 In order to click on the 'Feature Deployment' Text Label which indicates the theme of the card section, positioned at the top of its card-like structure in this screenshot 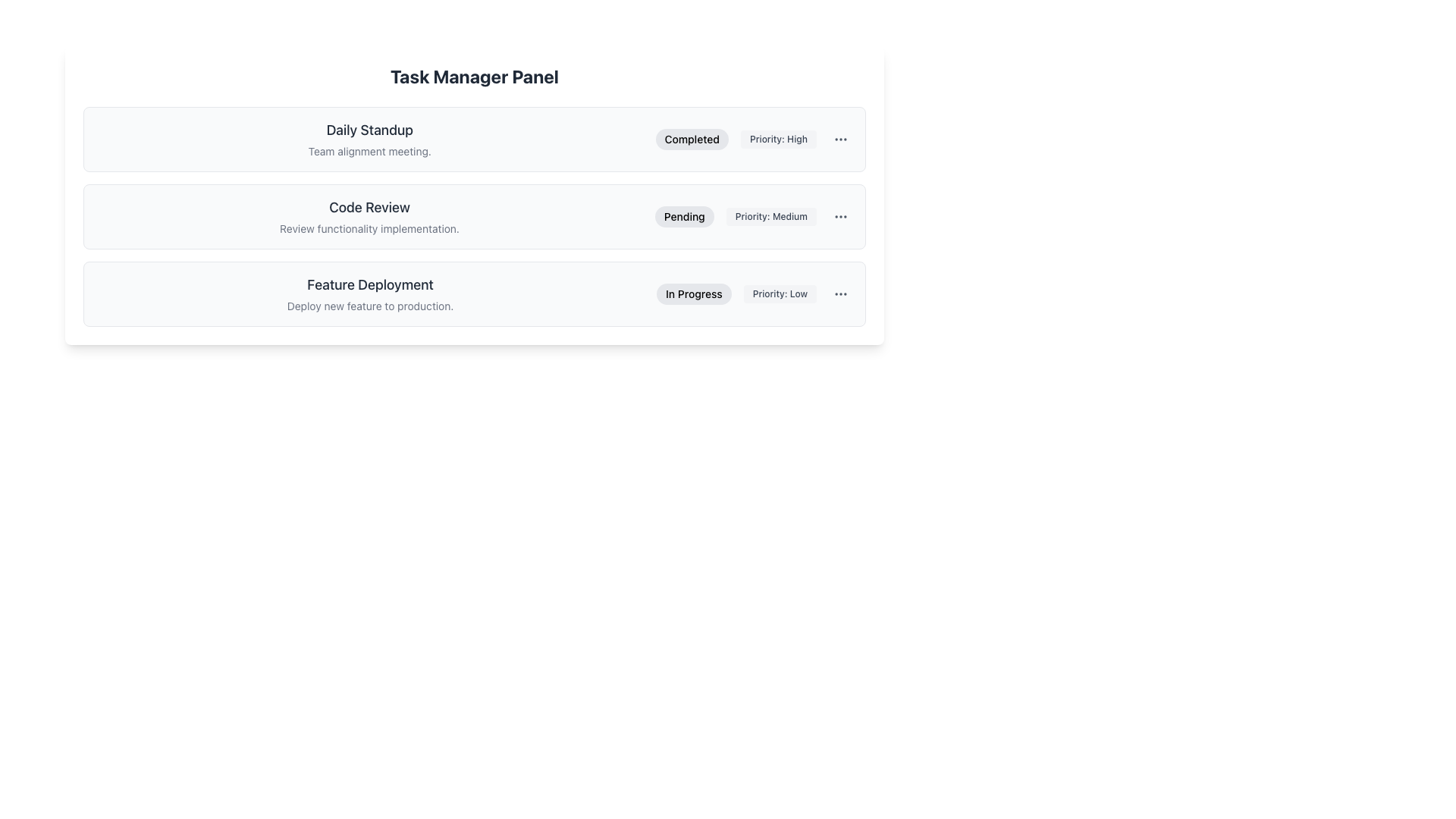, I will do `click(370, 284)`.